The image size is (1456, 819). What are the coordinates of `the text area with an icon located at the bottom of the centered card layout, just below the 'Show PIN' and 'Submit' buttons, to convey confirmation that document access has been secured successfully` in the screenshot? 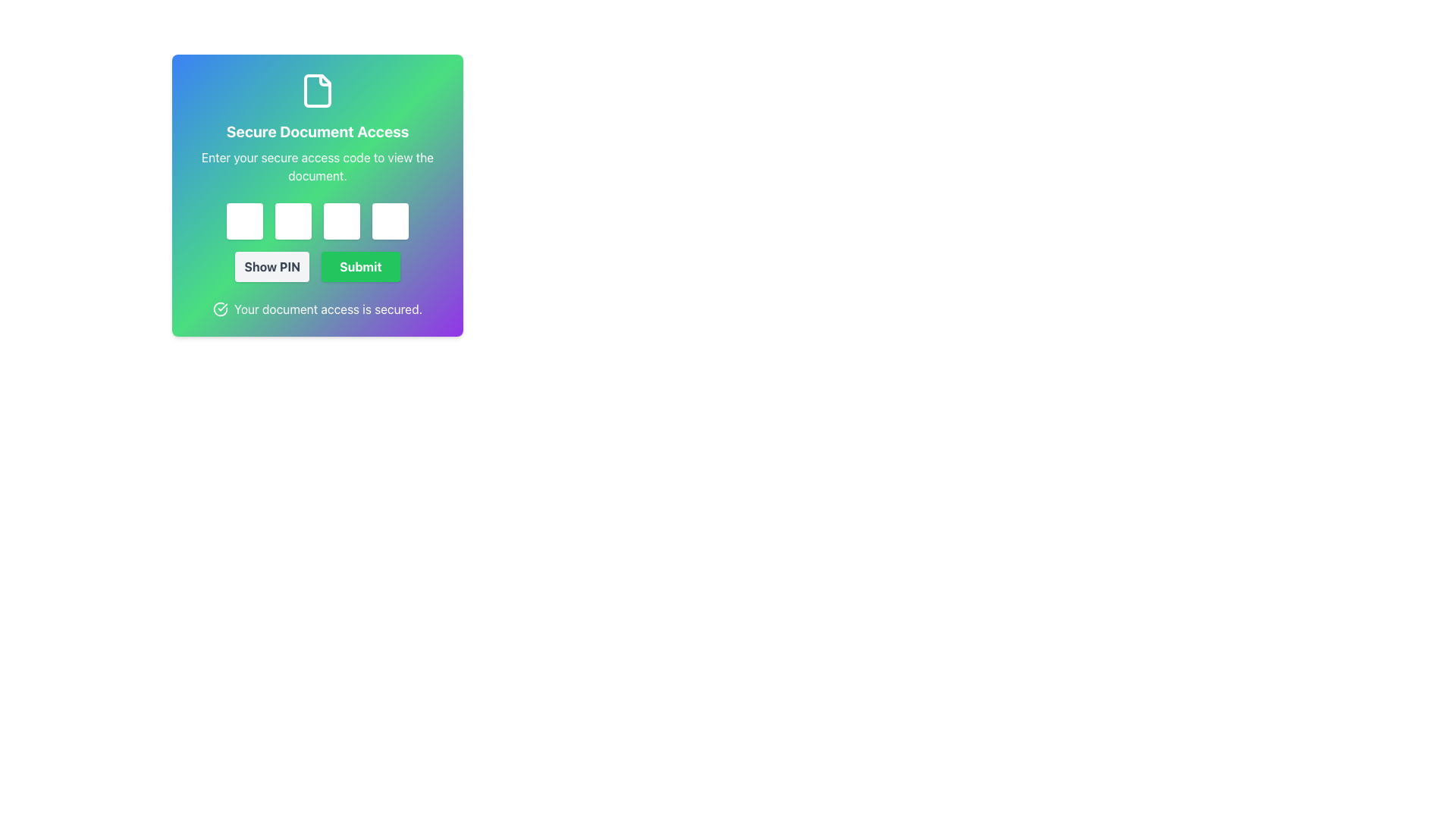 It's located at (316, 309).